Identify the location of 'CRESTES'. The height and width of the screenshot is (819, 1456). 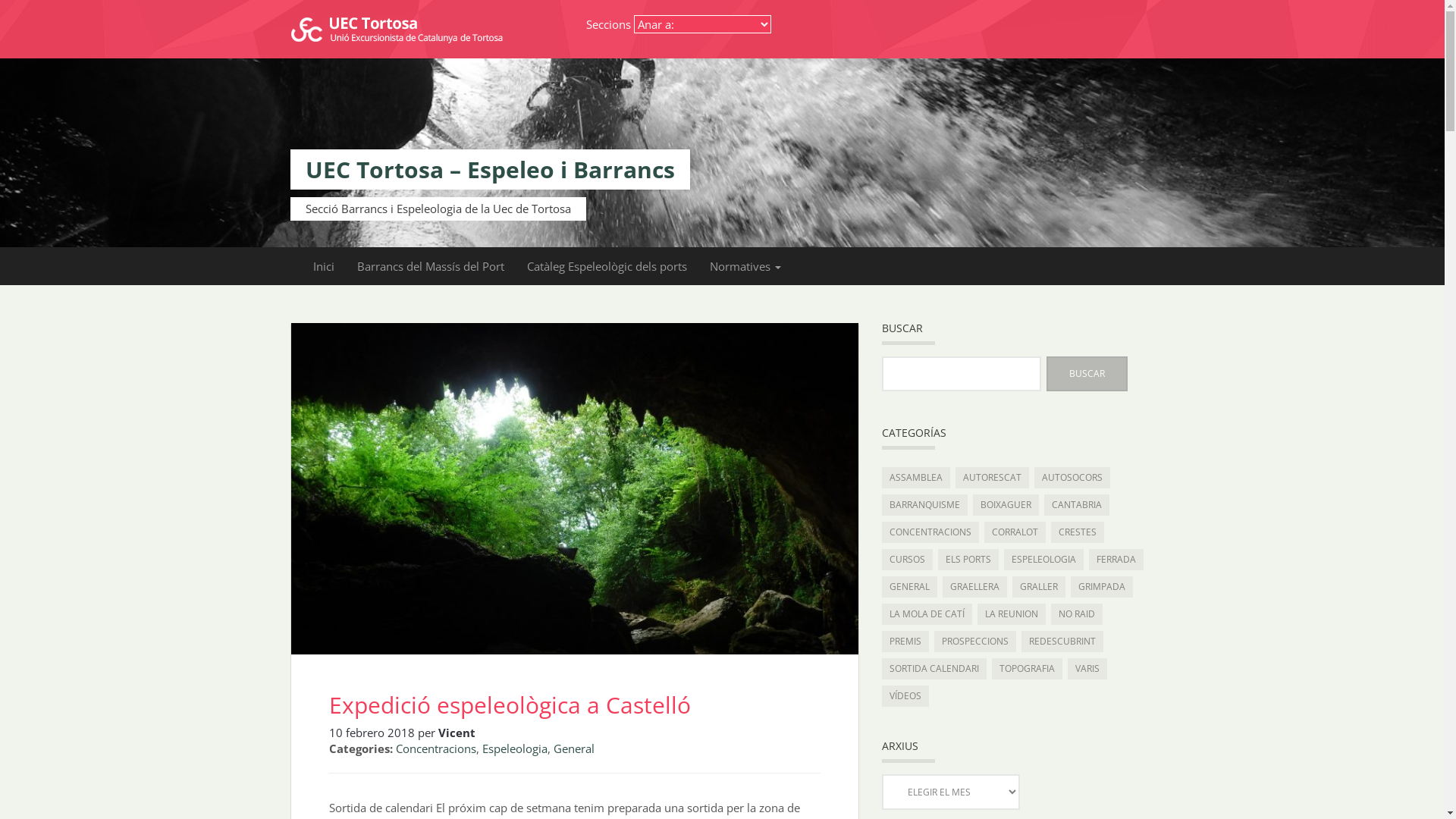
(1076, 532).